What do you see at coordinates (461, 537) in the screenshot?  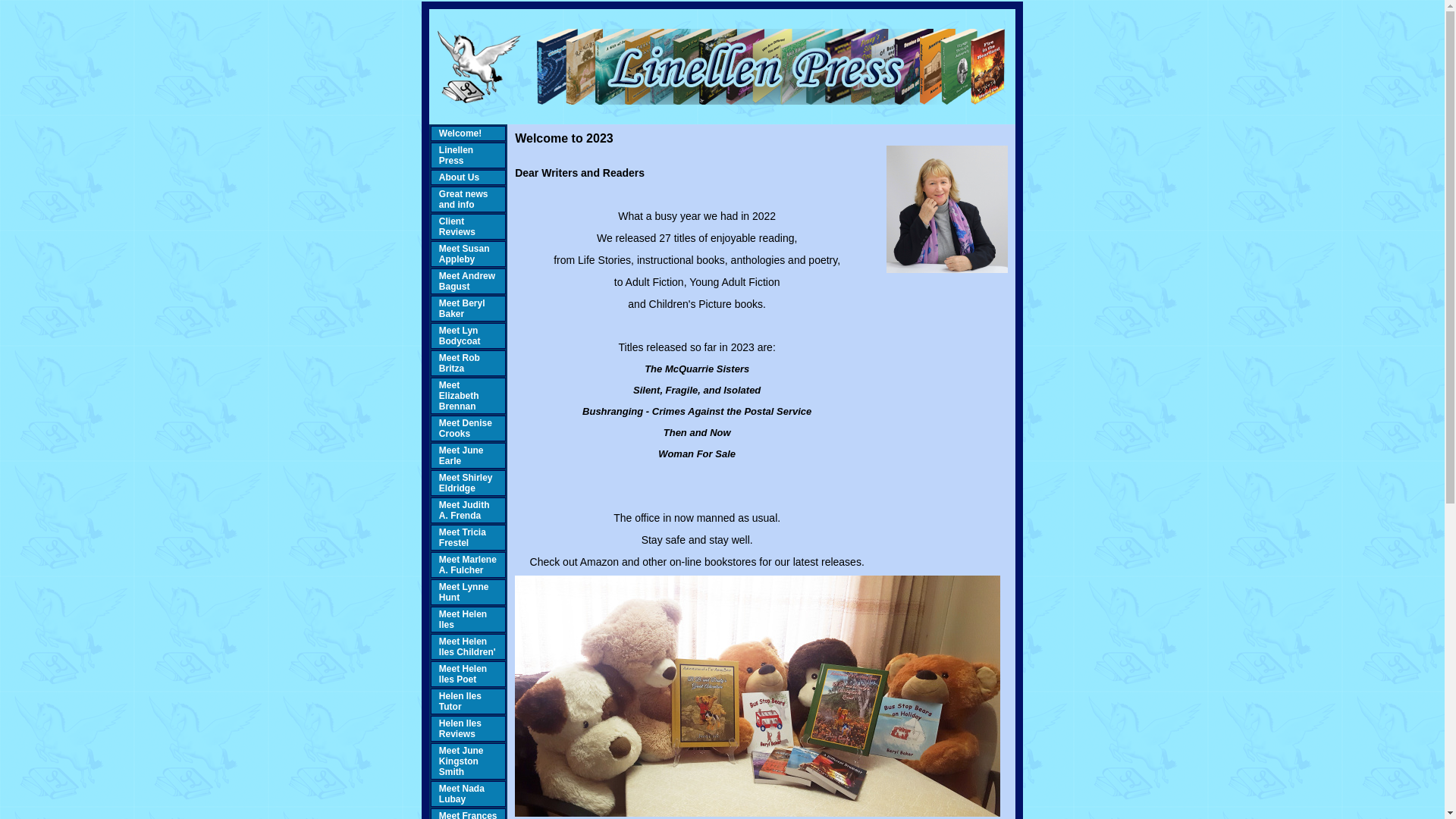 I see `'Meet Tricia Frestel'` at bounding box center [461, 537].